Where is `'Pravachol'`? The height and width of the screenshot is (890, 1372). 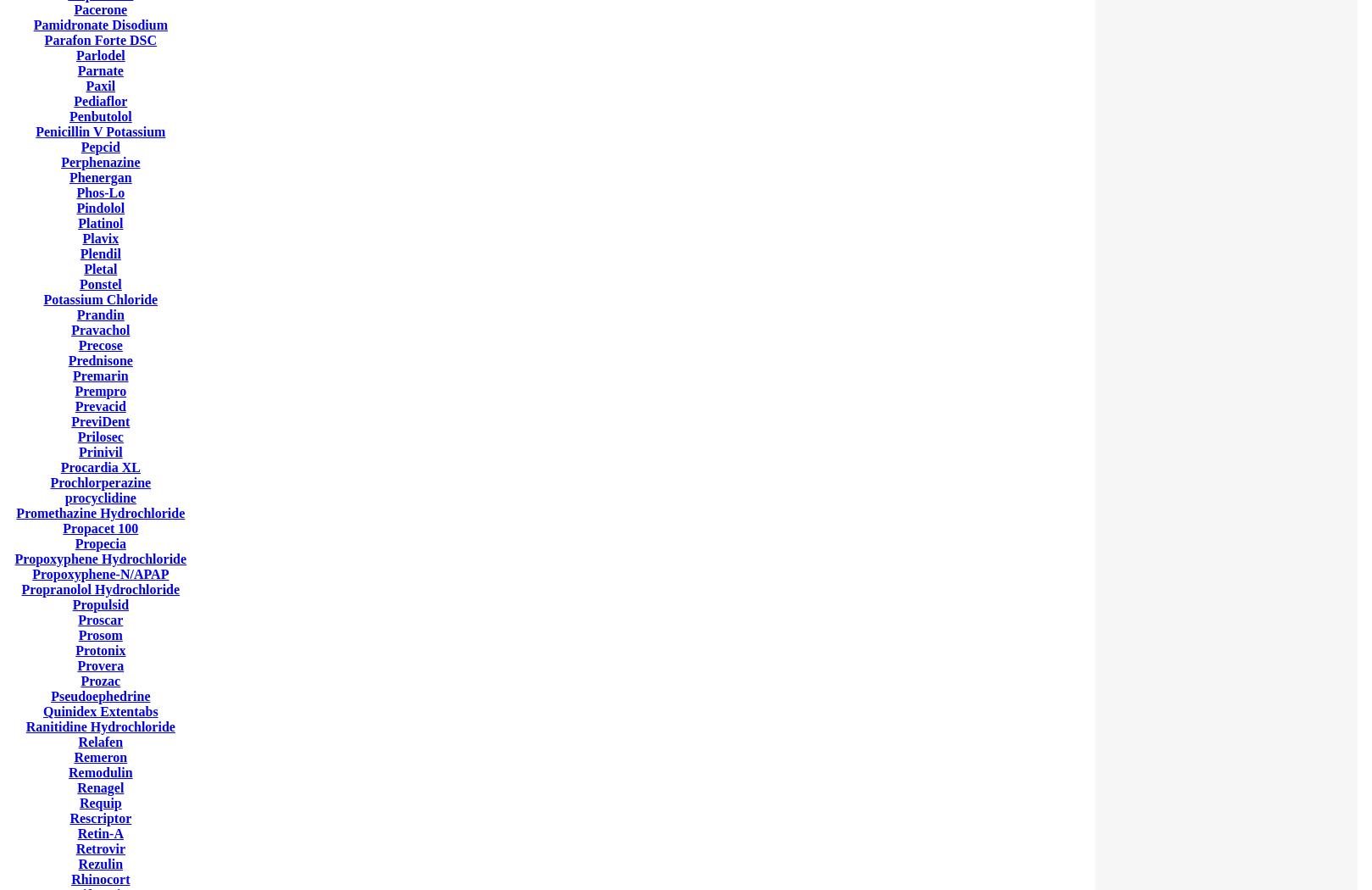
'Pravachol' is located at coordinates (71, 330).